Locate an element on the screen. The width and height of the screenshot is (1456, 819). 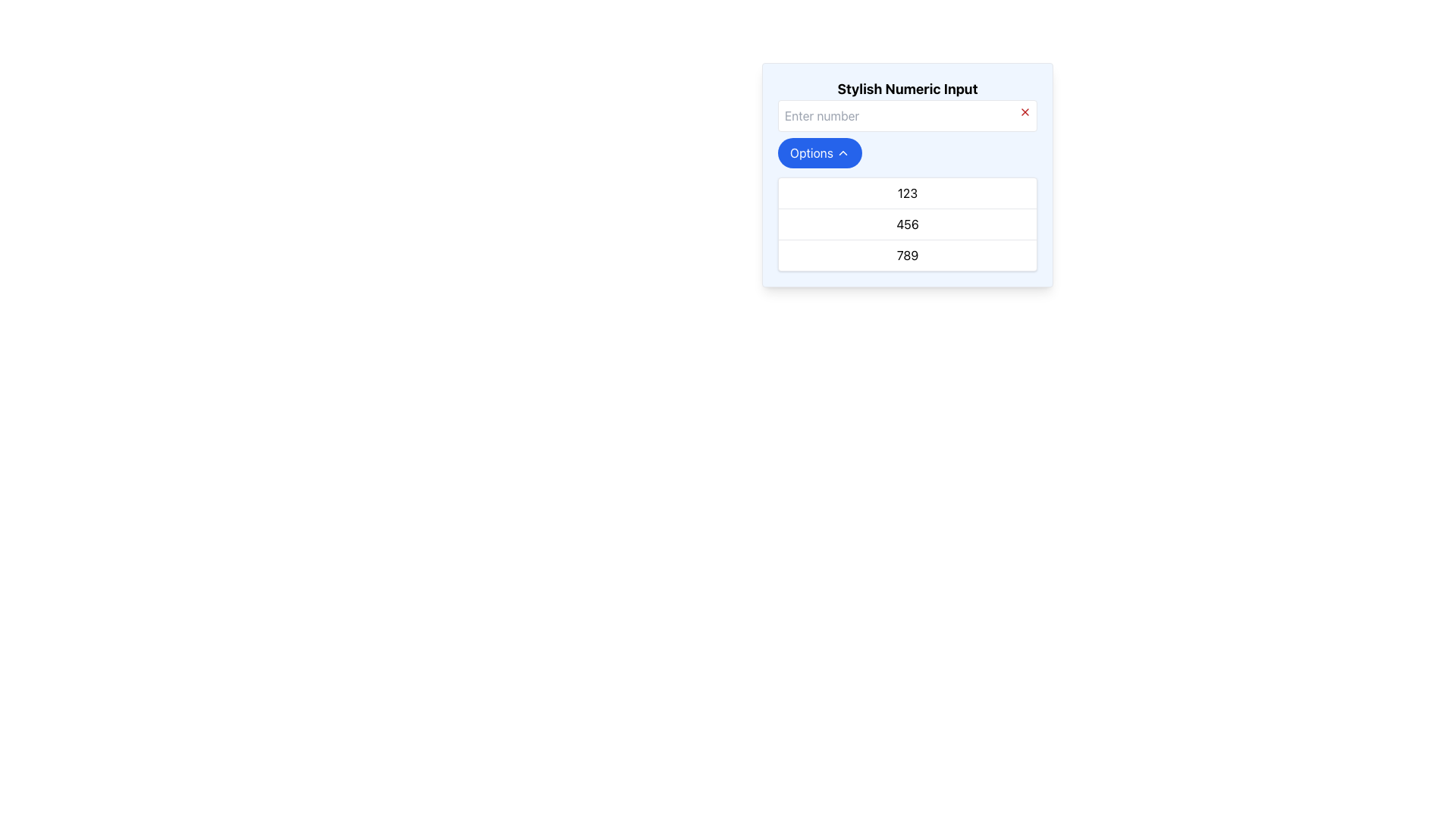
the third option in the dropdown menu is located at coordinates (907, 254).